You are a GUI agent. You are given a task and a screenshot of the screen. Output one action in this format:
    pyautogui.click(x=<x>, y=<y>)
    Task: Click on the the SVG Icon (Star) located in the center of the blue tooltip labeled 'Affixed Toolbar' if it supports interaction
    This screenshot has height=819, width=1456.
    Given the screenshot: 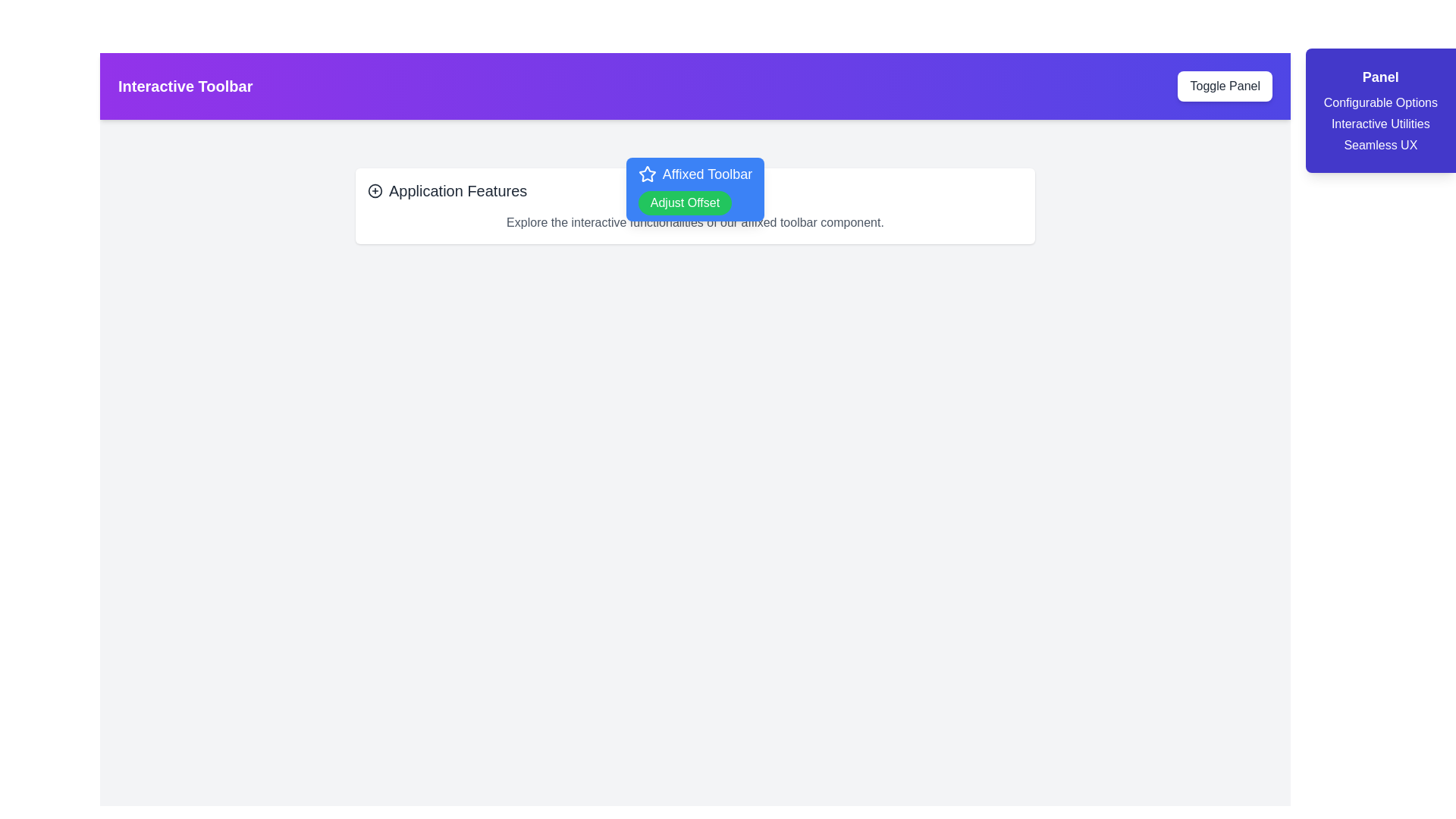 What is the action you would take?
    pyautogui.click(x=647, y=173)
    